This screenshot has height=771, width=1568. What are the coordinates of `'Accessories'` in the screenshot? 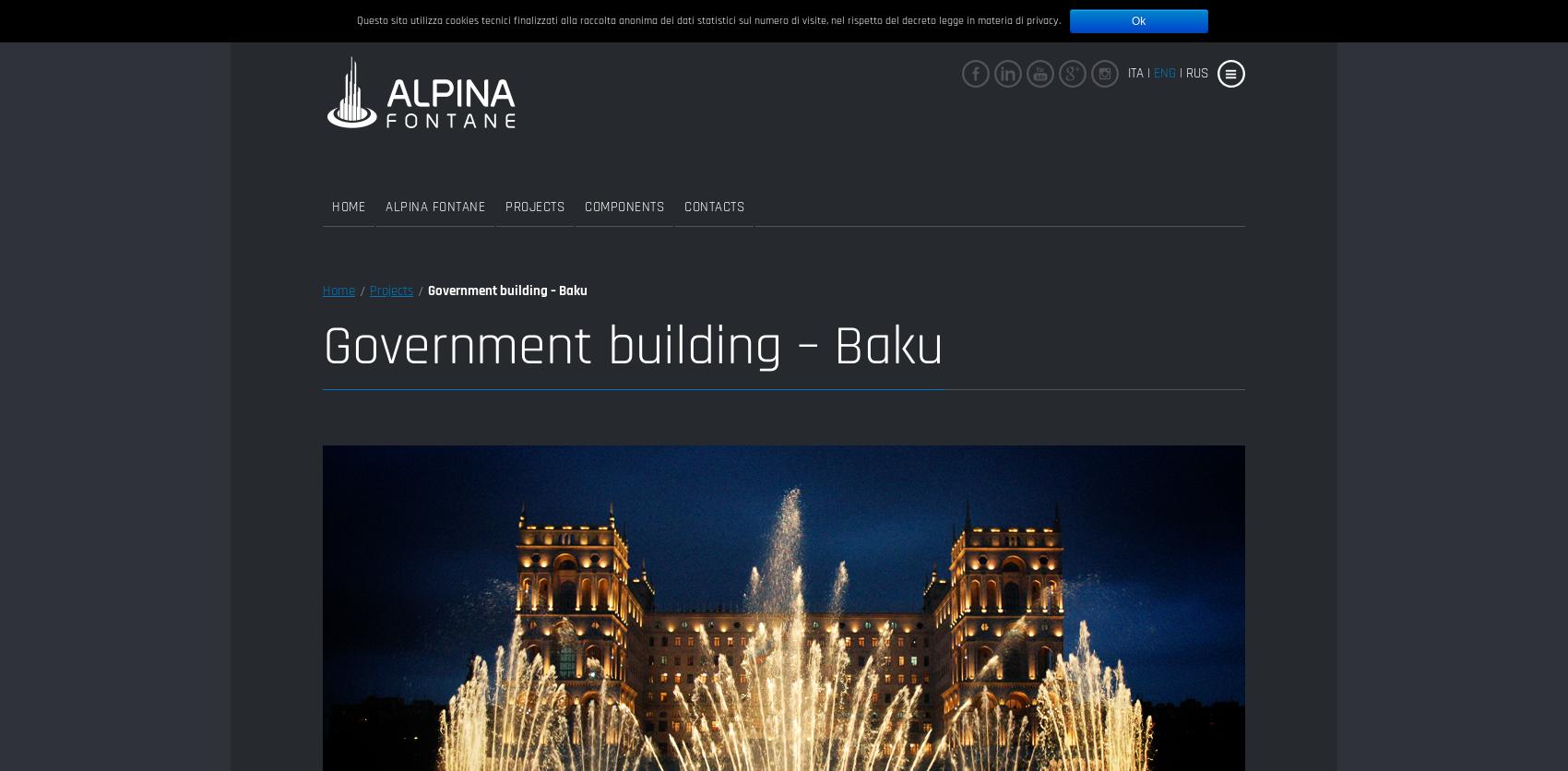 It's located at (719, 566).